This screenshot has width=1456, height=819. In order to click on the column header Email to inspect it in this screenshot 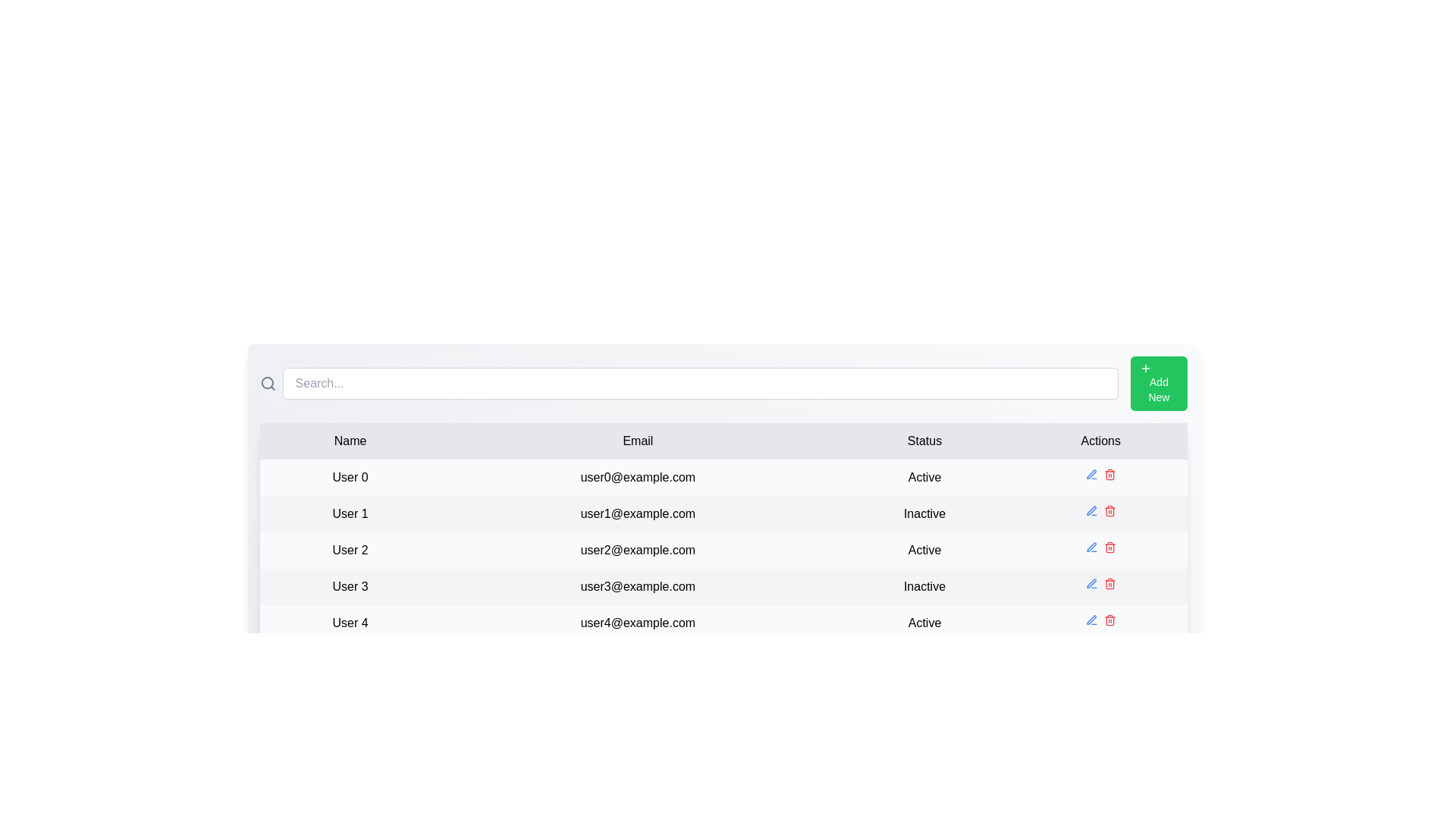, I will do `click(637, 441)`.